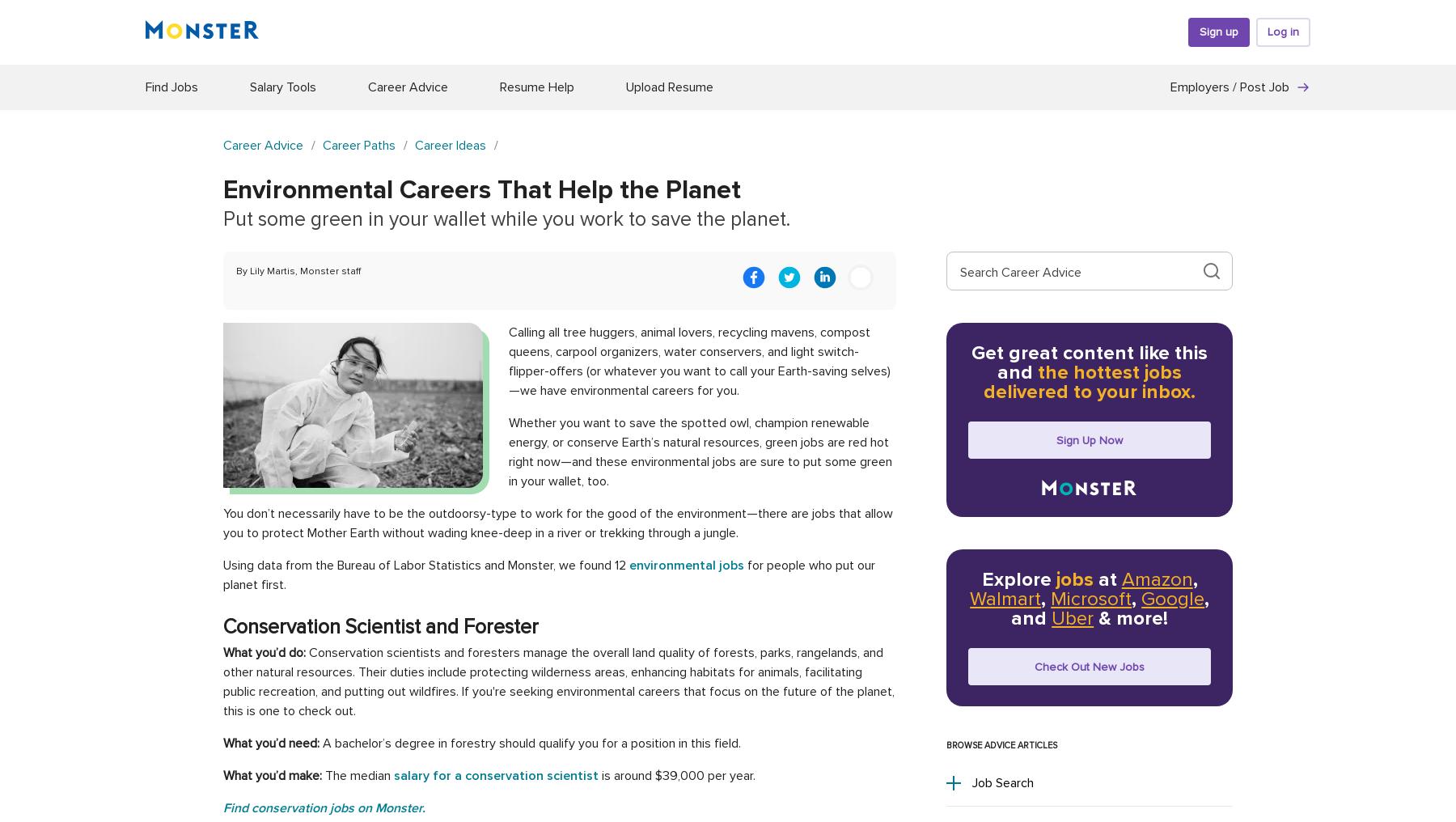 Image resolution: width=1456 pixels, height=822 pixels. What do you see at coordinates (670, 87) in the screenshot?
I see `'Upload Resume'` at bounding box center [670, 87].